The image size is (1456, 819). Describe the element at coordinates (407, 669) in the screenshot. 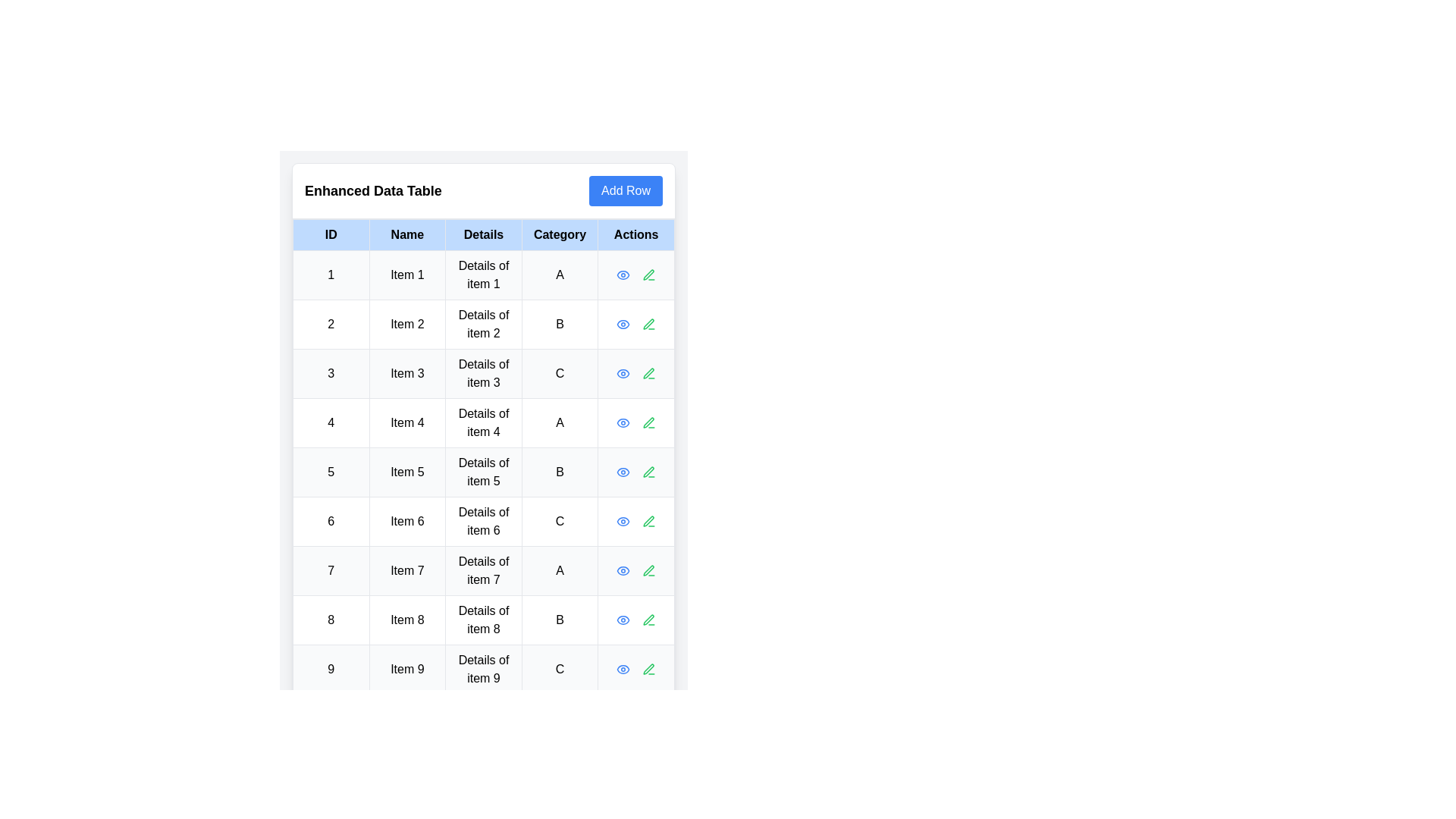

I see `the table cell displaying 'Item 9' in the 'Name' column of the last row (row 9) of the table` at that location.